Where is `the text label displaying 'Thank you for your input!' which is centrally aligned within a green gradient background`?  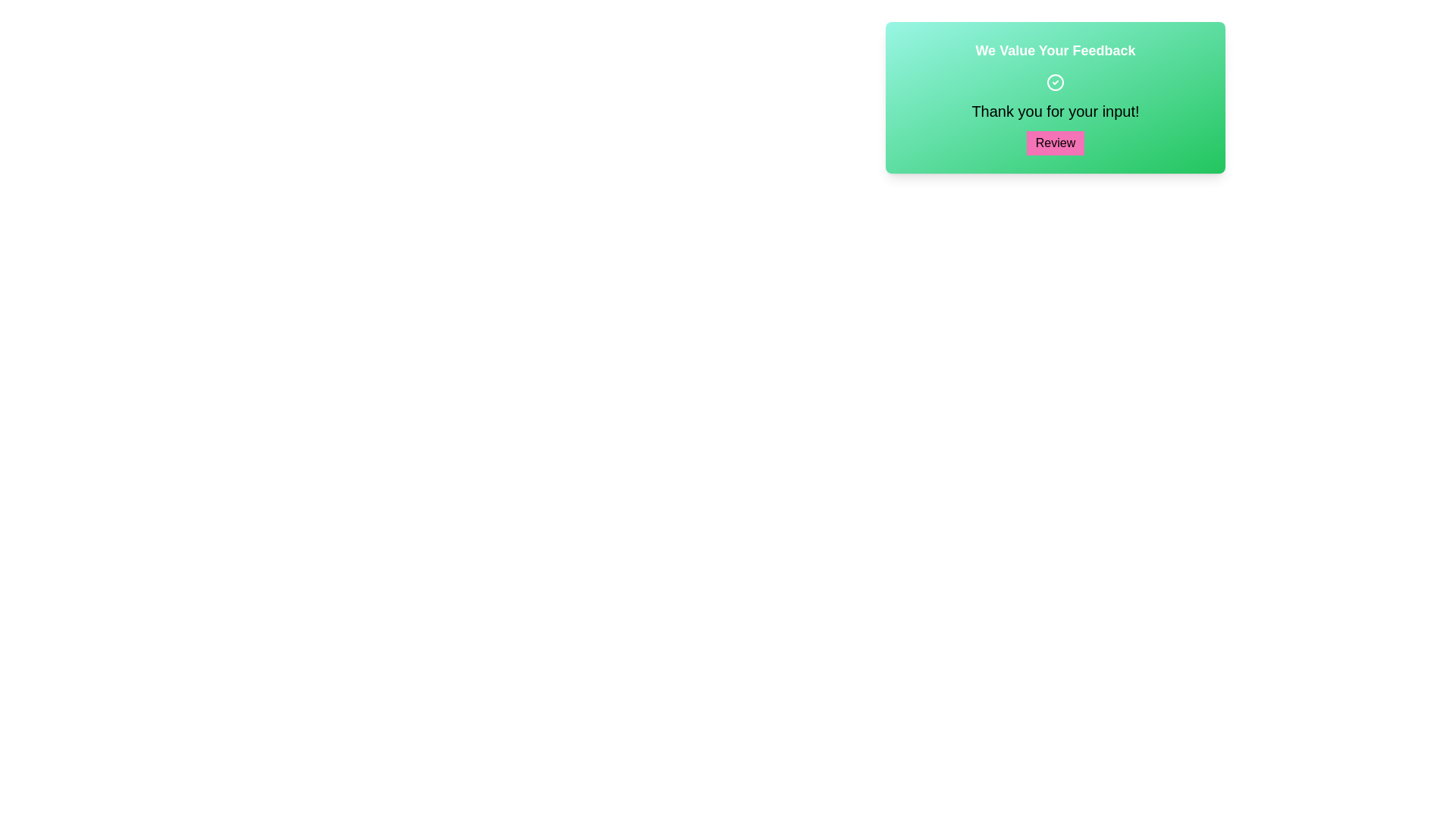 the text label displaying 'Thank you for your input!' which is centrally aligned within a green gradient background is located at coordinates (1055, 110).